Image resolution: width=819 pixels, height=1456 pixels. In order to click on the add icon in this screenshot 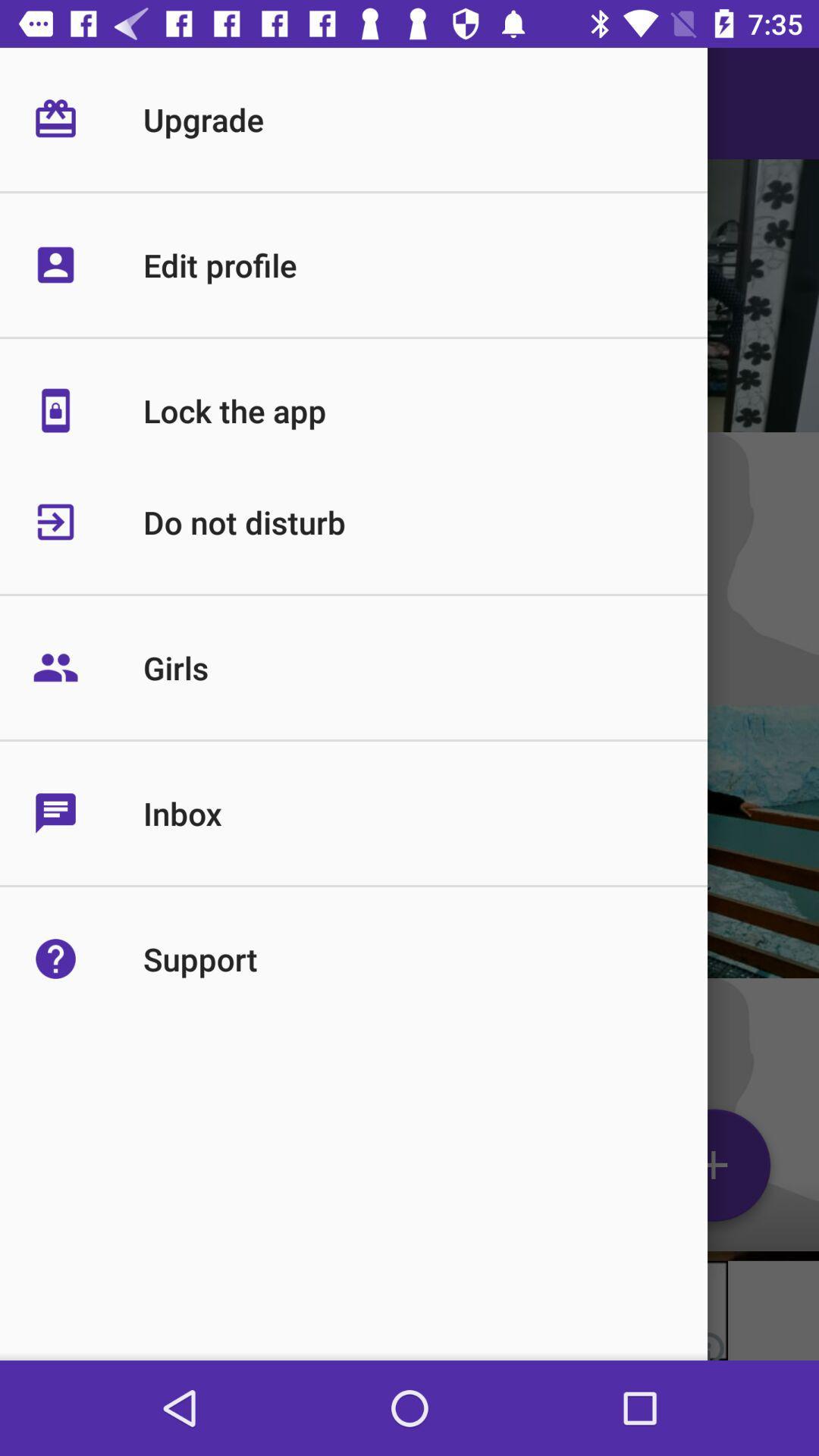, I will do `click(714, 1170)`.